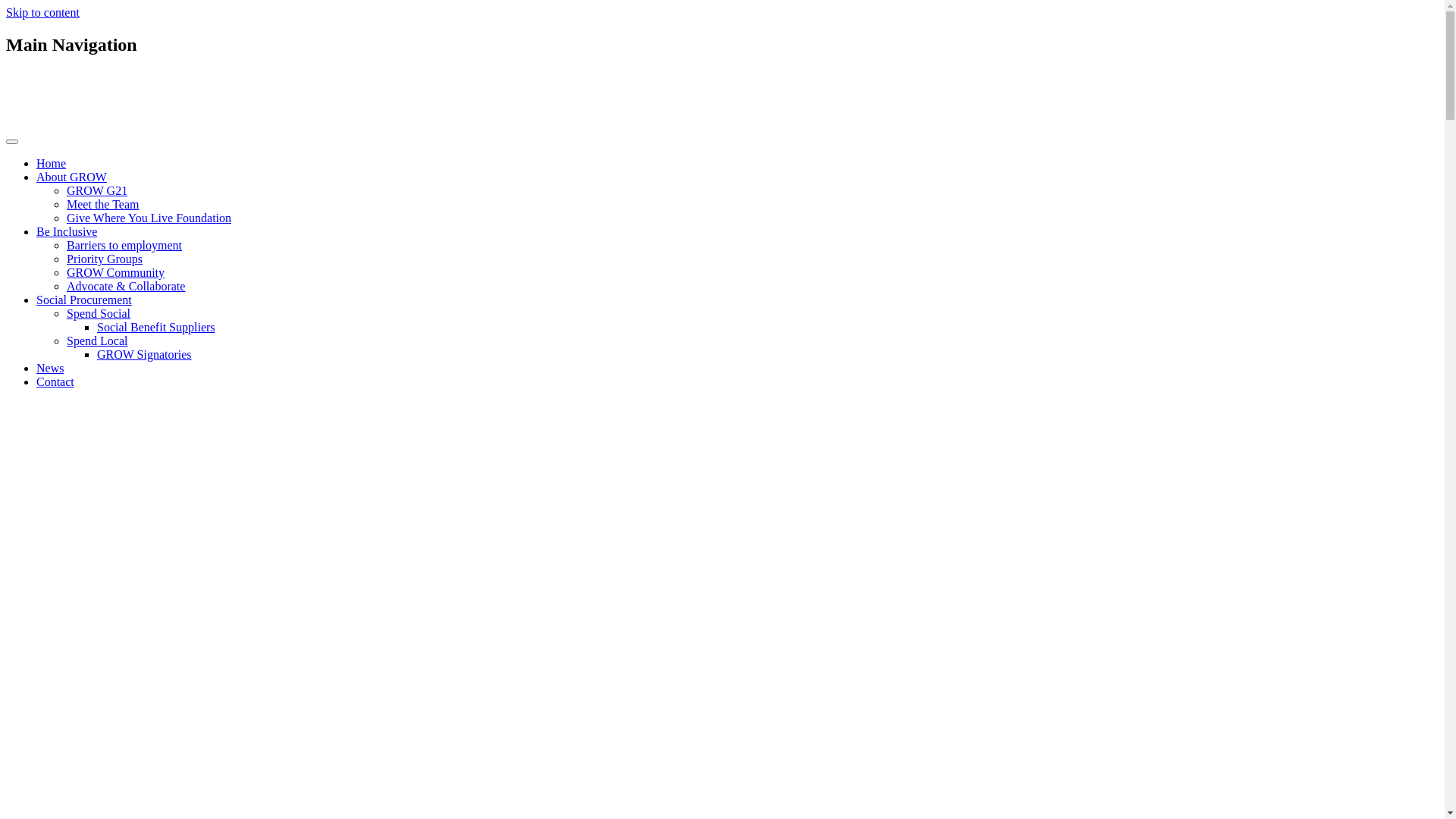 This screenshot has width=1456, height=819. I want to click on 'GROW Signatories', so click(96, 354).